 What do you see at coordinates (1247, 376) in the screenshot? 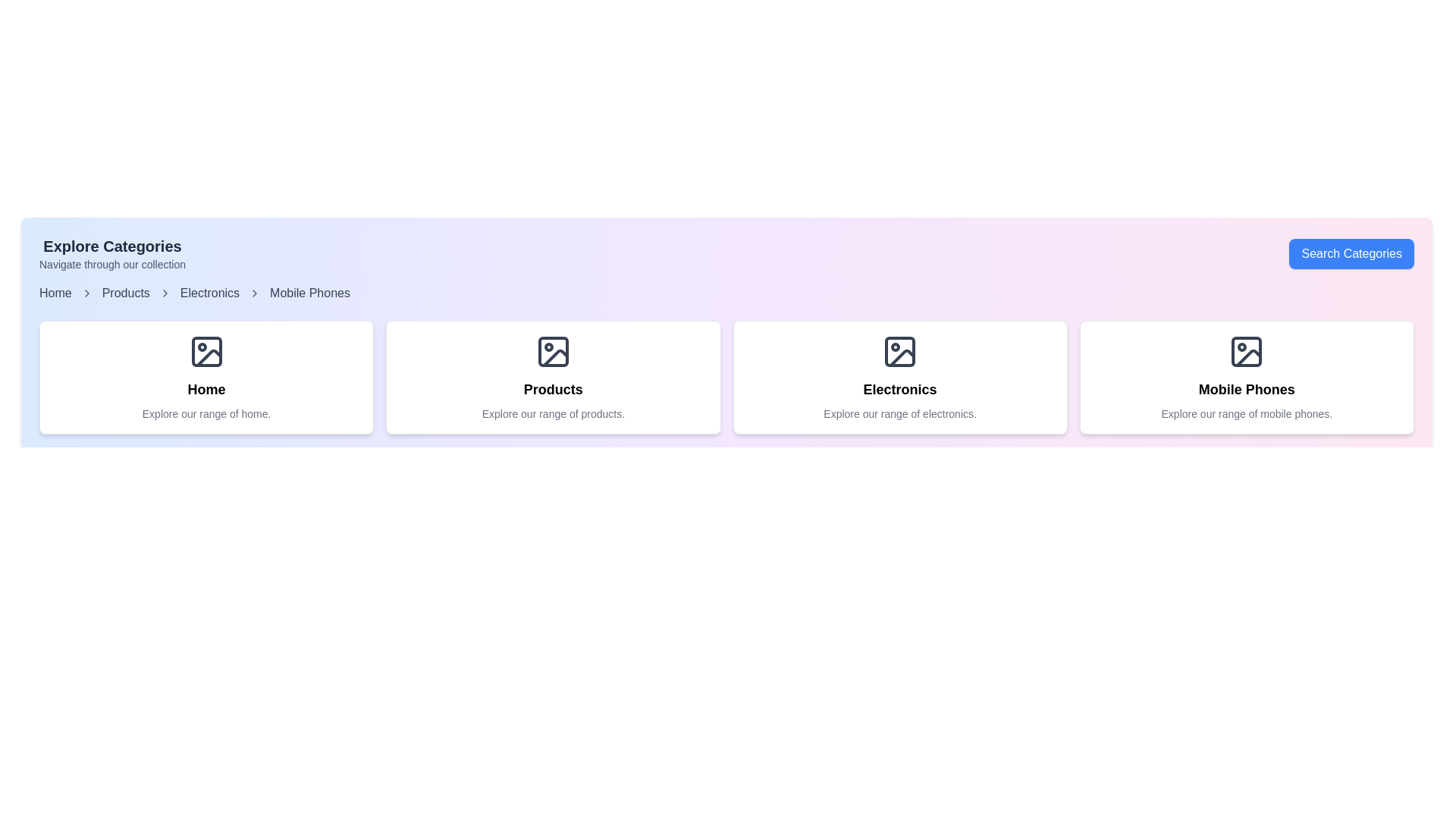
I see `the Category card that guides users` at bounding box center [1247, 376].